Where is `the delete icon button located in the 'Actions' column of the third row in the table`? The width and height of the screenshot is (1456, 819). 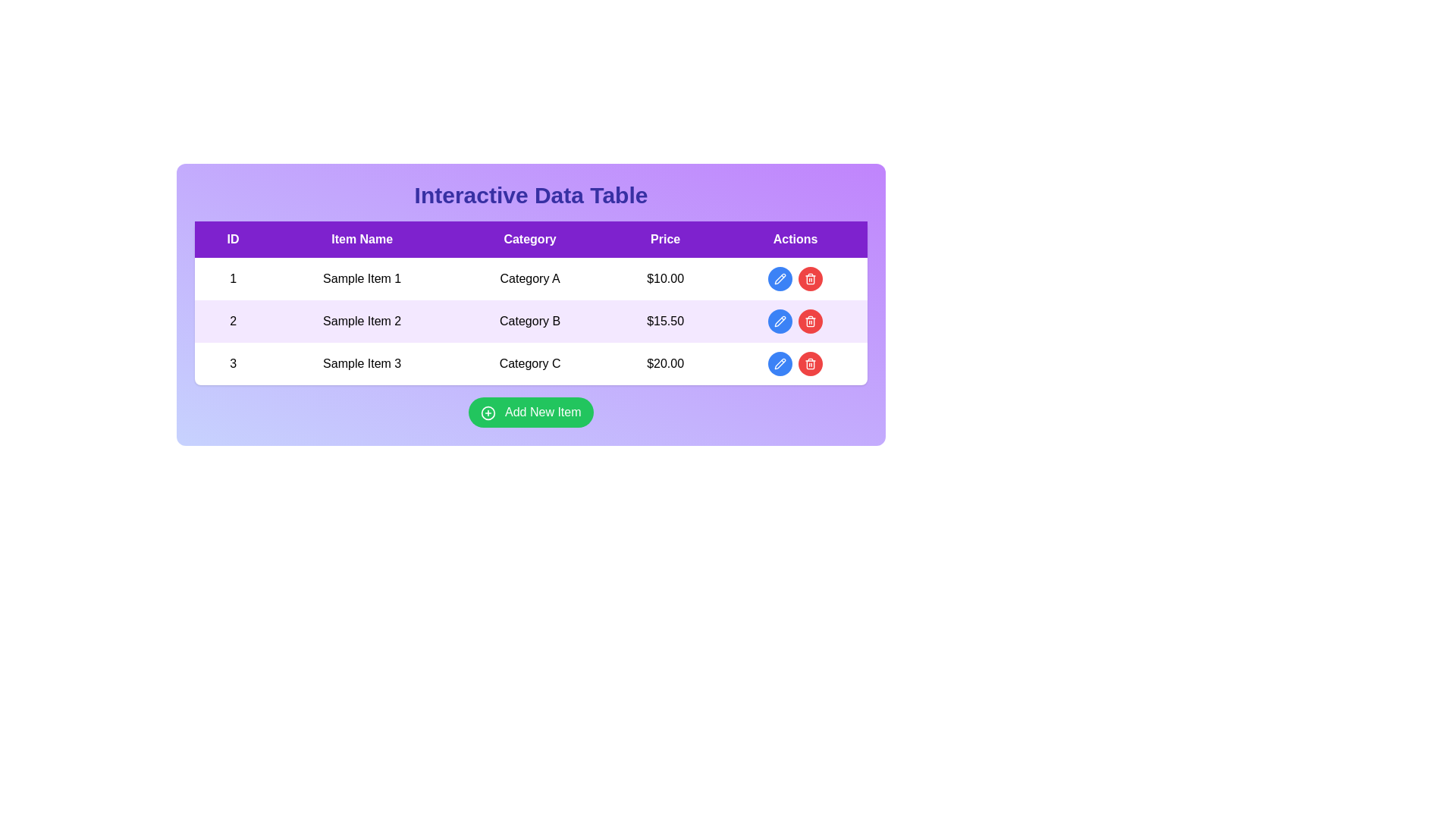 the delete icon button located in the 'Actions' column of the third row in the table is located at coordinates (810, 363).